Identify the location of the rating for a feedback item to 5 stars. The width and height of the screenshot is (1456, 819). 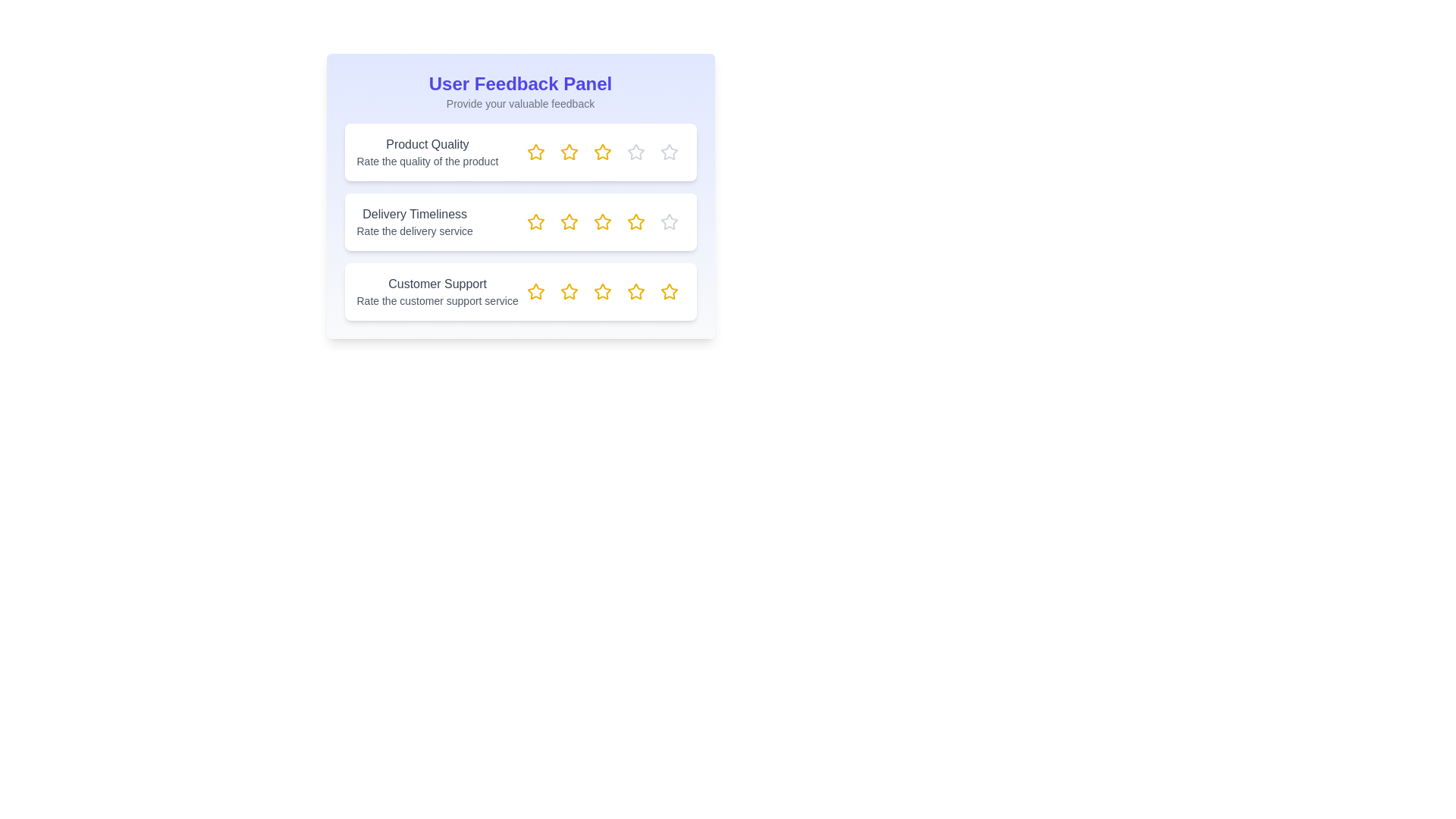
(668, 152).